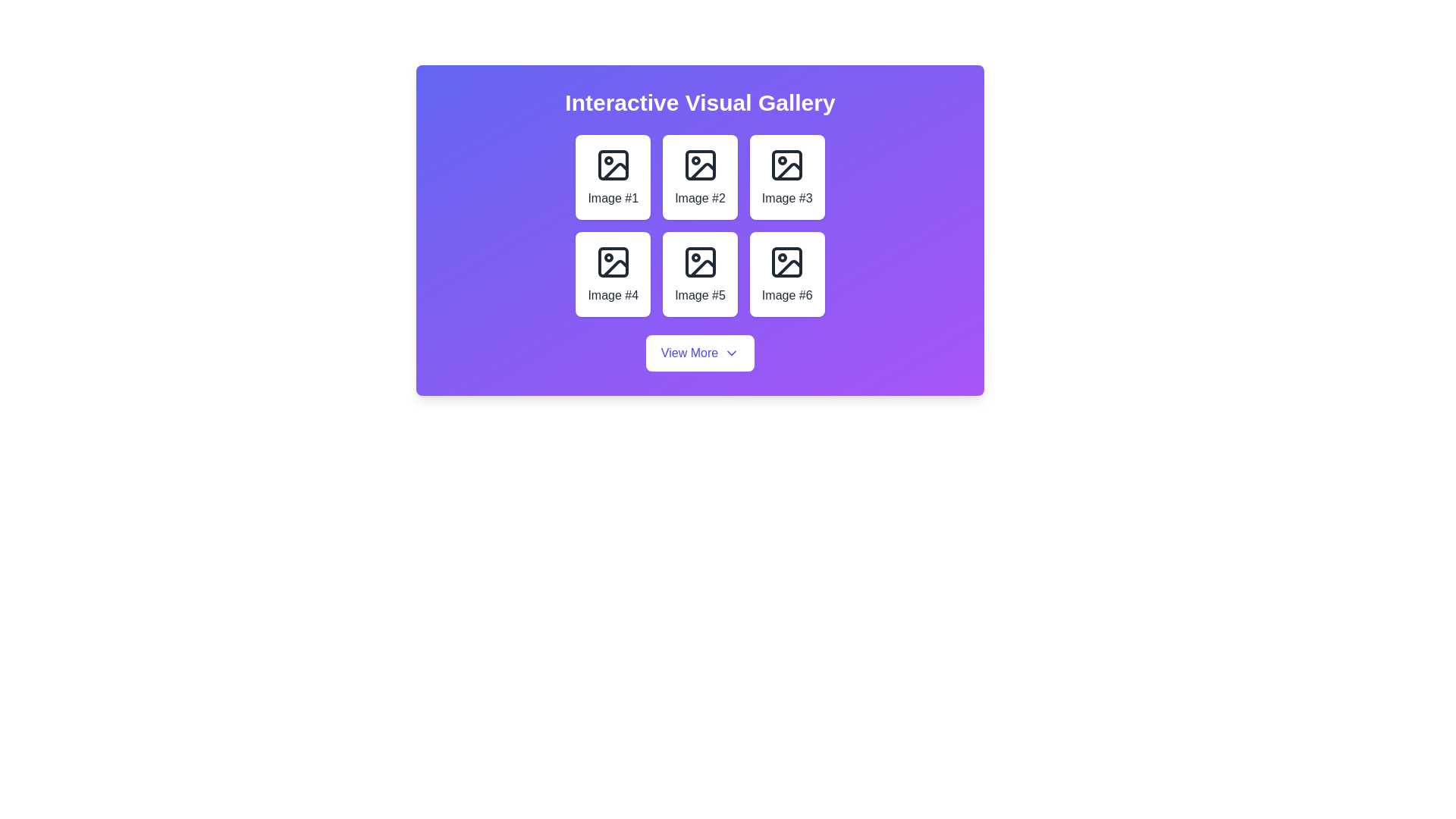 This screenshot has width=1456, height=819. I want to click on the icon element representing 'Image #4' in the 'Interactive Visual Gallery', which features a circular dot in the top left corner and is outlined in a dark color, so click(613, 262).